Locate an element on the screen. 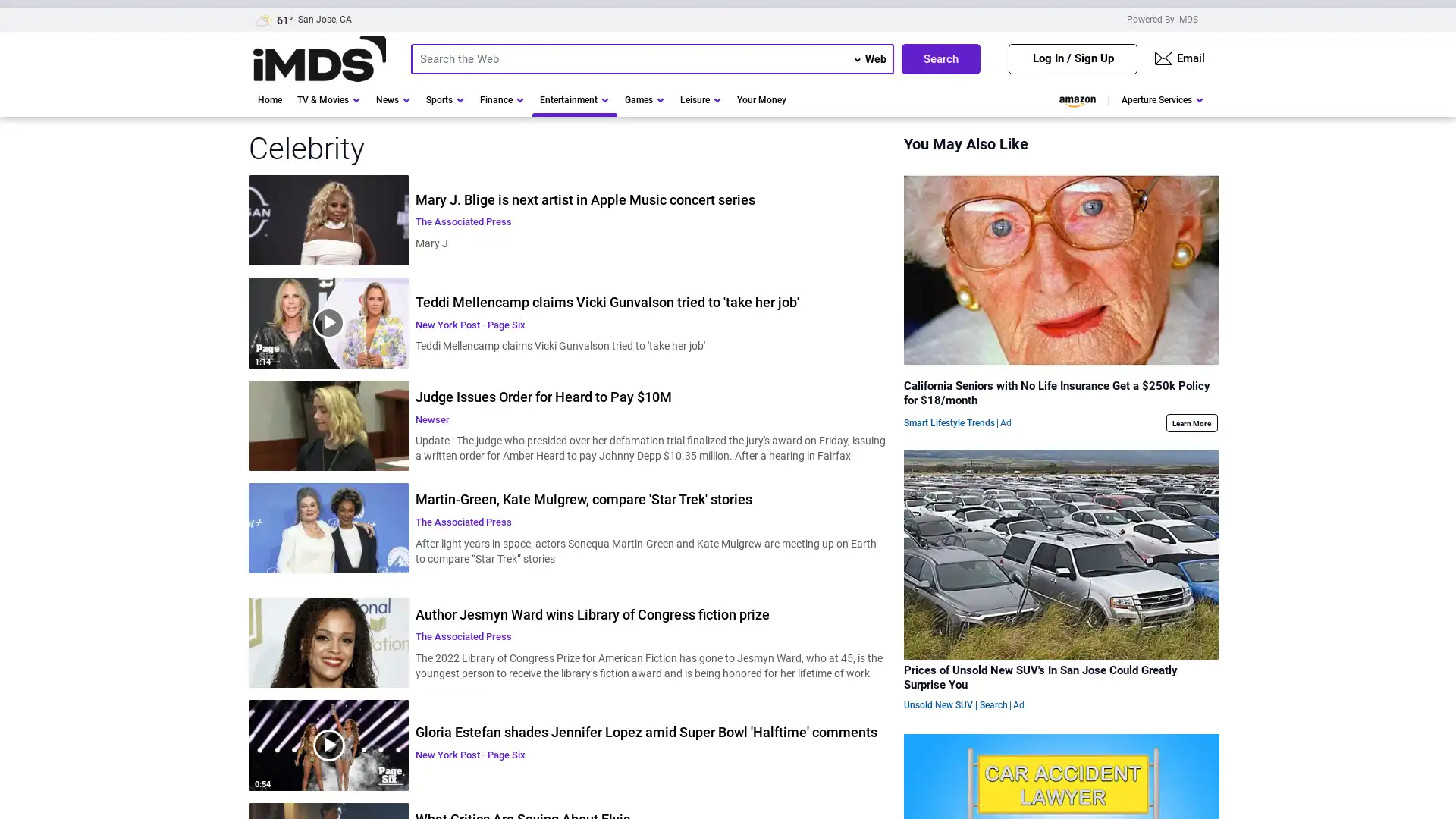 This screenshot has height=819, width=1456. Learn More is located at coordinates (1190, 423).